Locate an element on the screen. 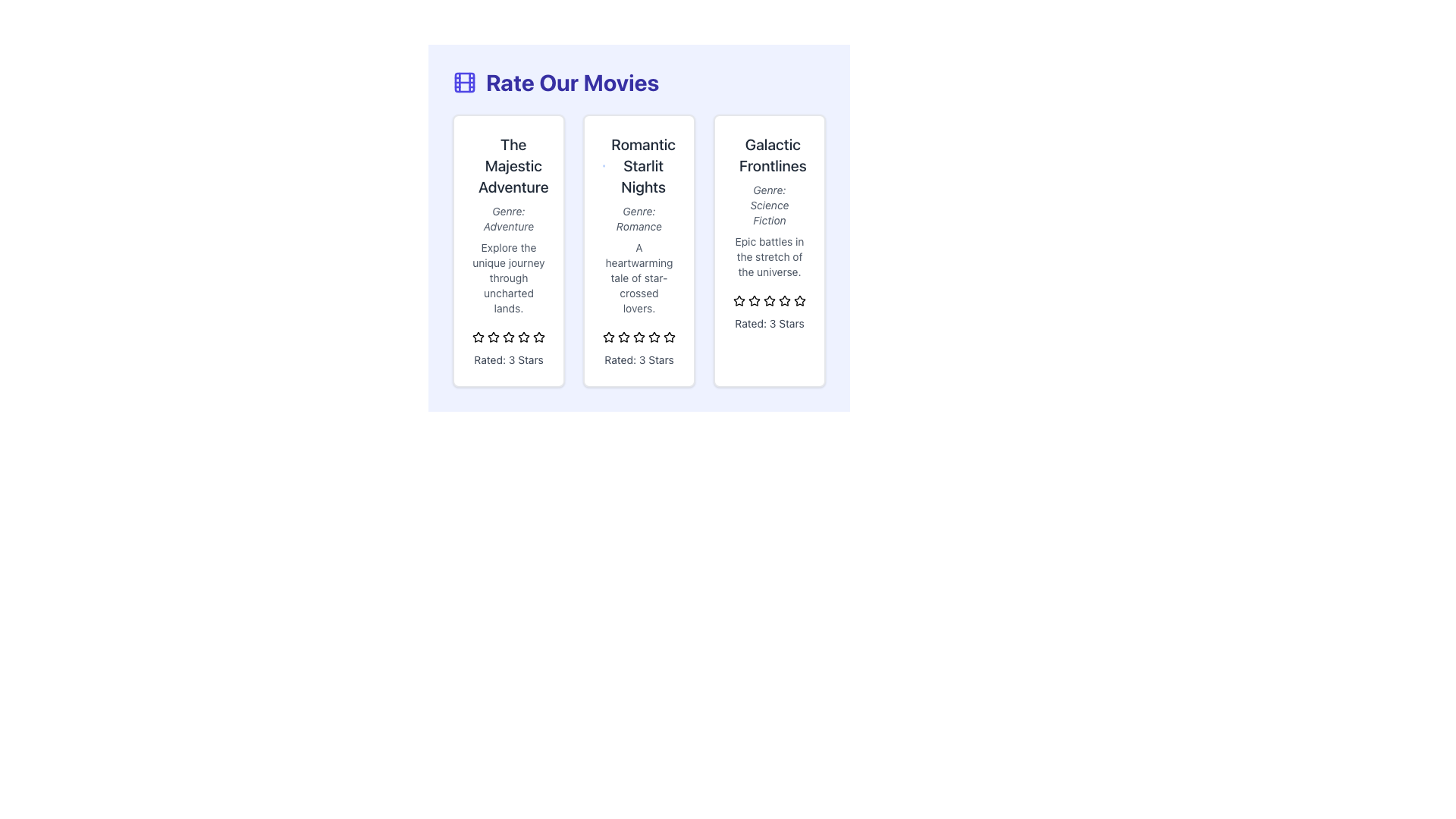 This screenshot has width=1456, height=819. the fourth star in the rating control under 'The Majestic Adventure' section is located at coordinates (509, 336).